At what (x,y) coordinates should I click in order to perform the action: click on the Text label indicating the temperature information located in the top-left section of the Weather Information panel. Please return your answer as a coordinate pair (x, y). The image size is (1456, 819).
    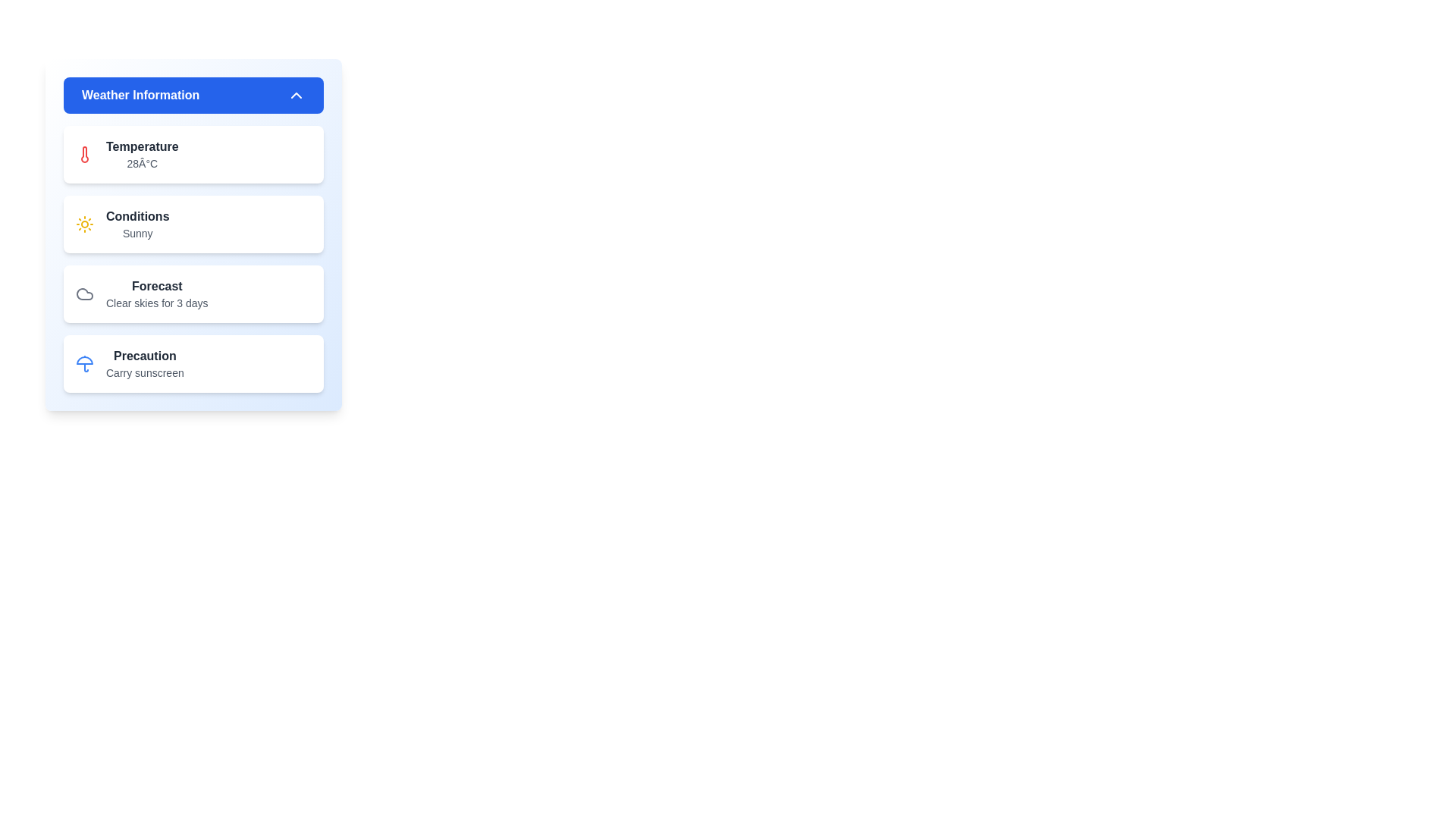
    Looking at the image, I should click on (142, 146).